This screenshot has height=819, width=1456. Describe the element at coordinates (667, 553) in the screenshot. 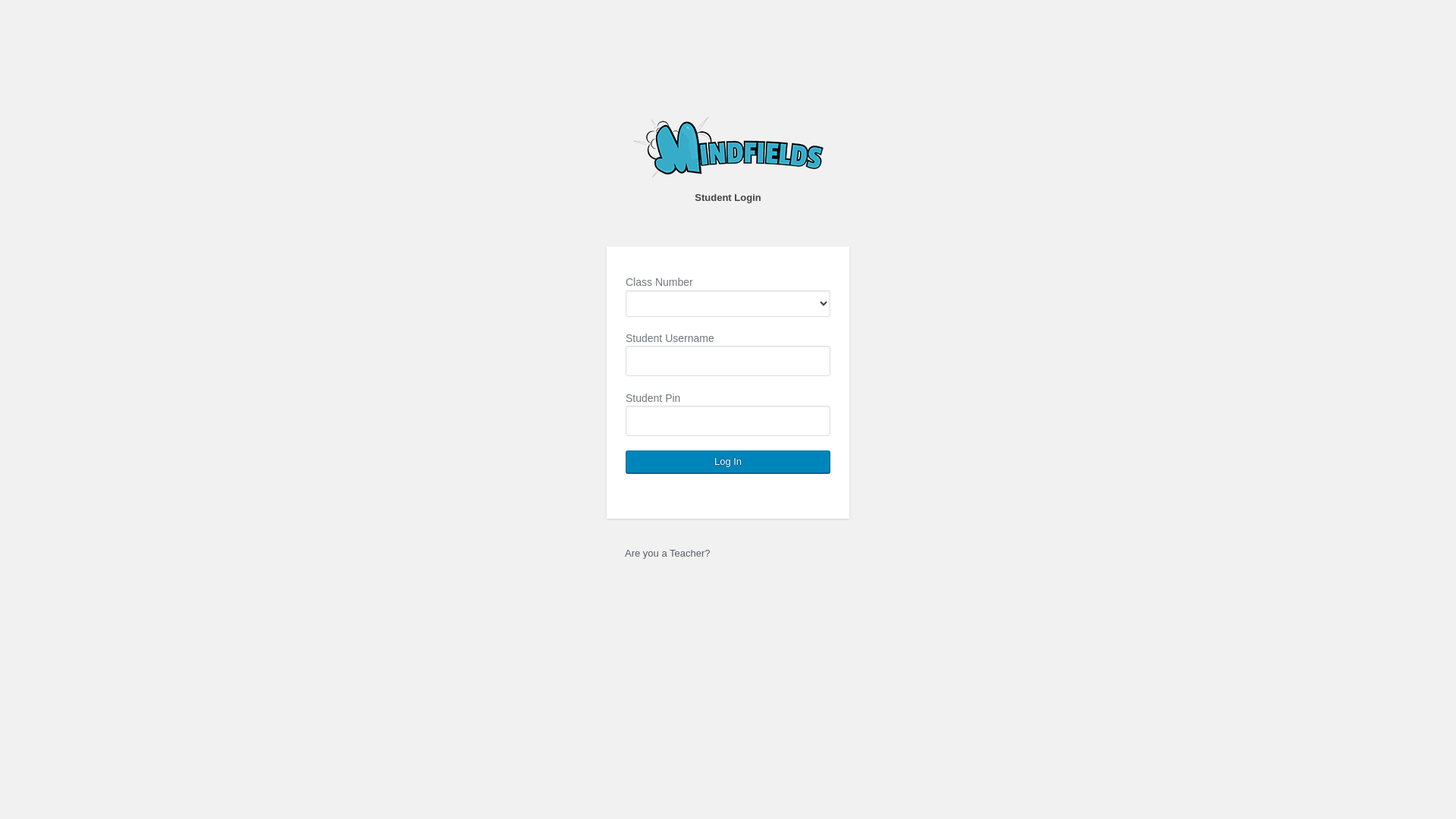

I see `'Are you a Teacher?'` at that location.